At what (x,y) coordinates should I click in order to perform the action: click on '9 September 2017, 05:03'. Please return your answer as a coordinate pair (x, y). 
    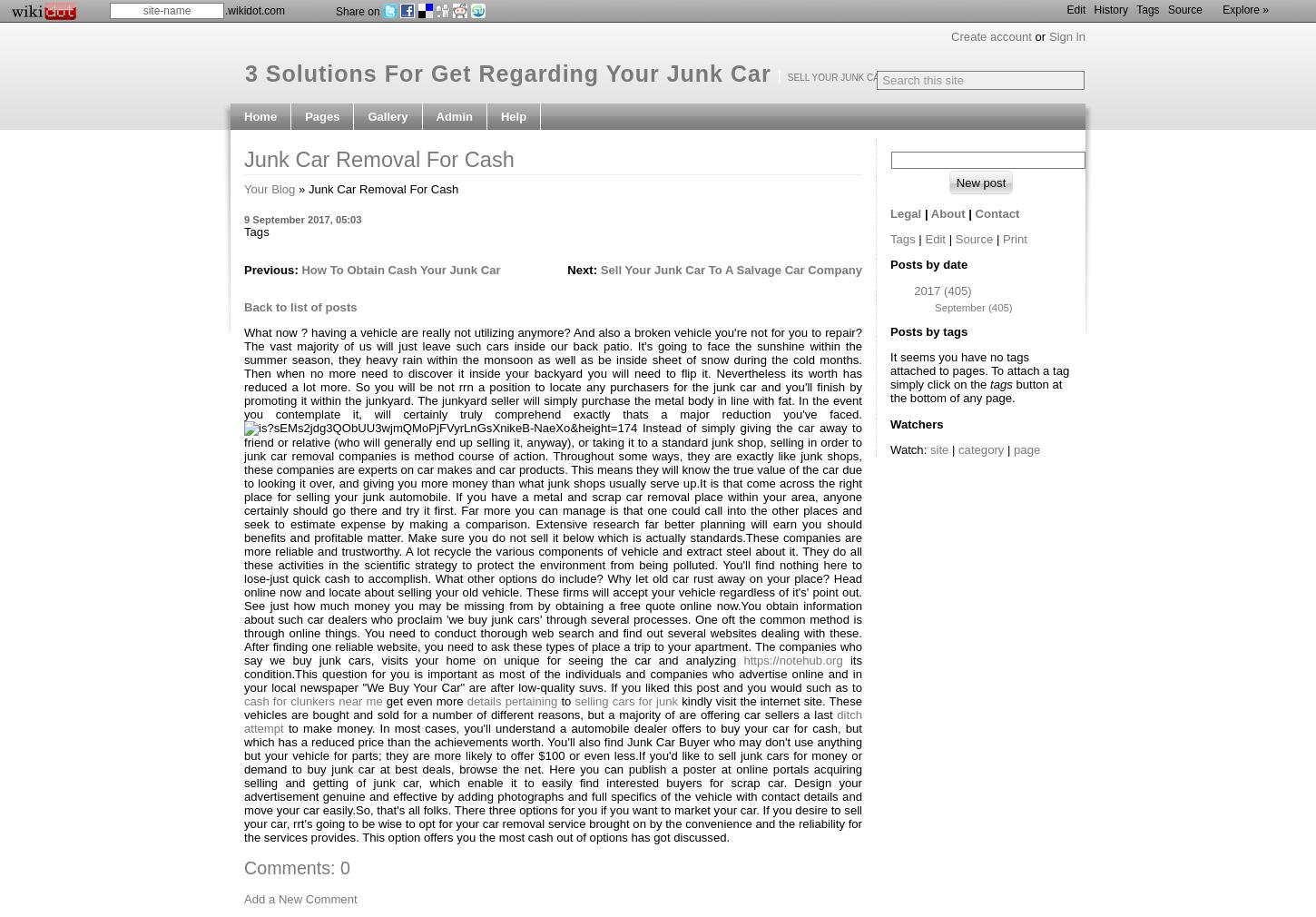
    Looking at the image, I should click on (302, 218).